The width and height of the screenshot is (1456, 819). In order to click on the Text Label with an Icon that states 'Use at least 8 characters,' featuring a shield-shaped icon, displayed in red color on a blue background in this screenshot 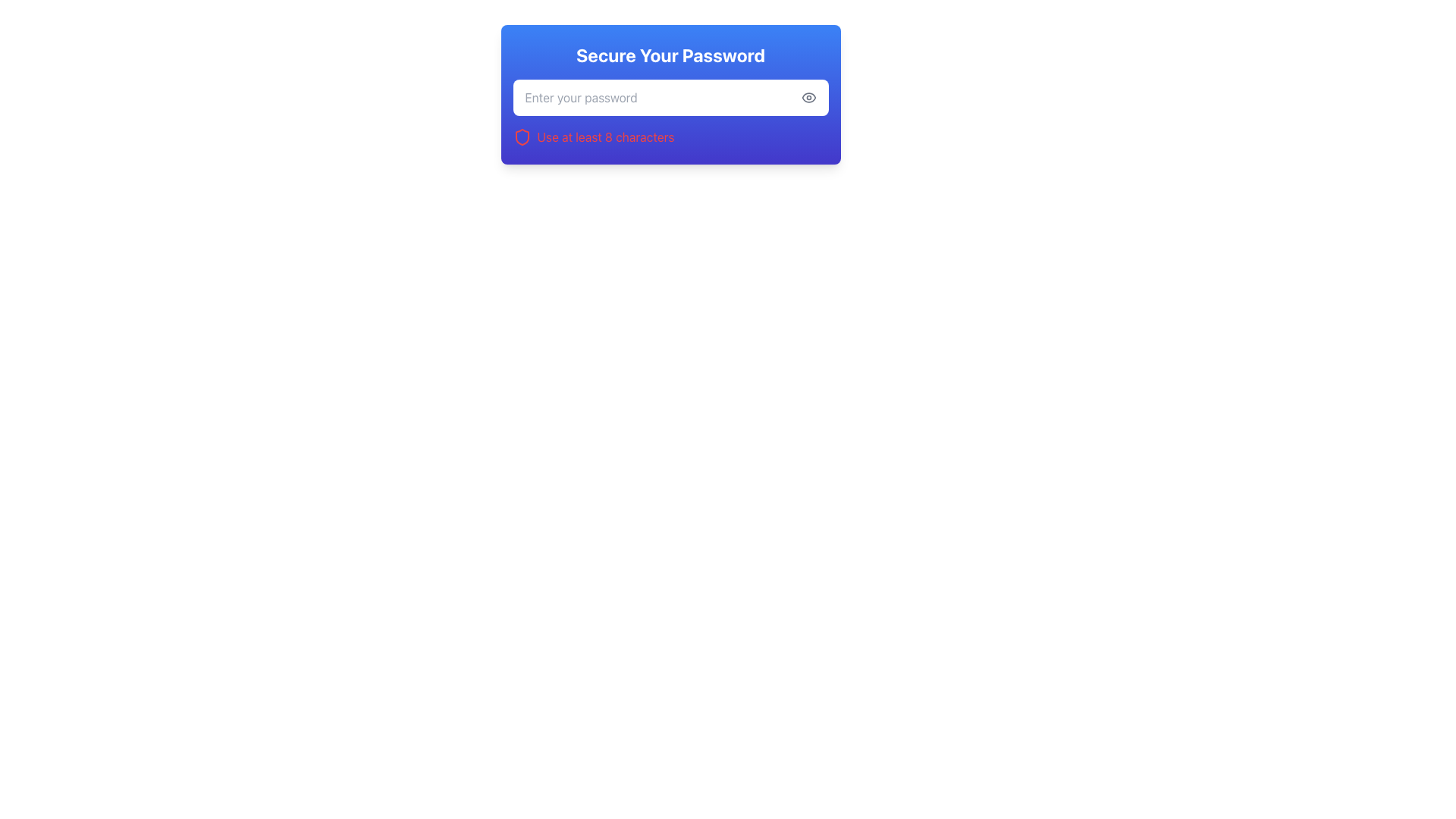, I will do `click(670, 137)`.